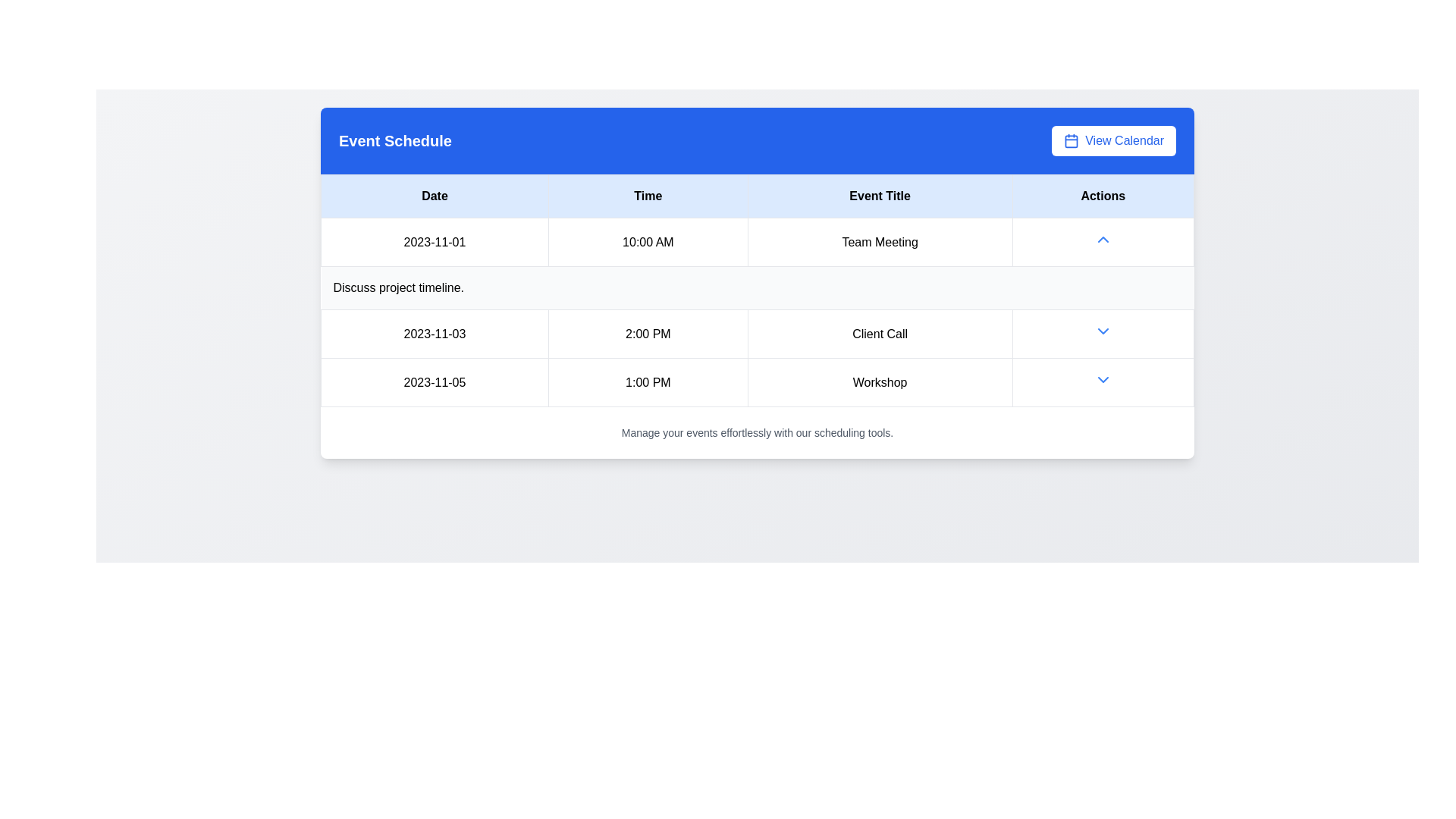 The height and width of the screenshot is (819, 1456). I want to click on the text label that serves as a header title for the event scheduling section, located on the top left side of the blue-colored header bar, so click(395, 140).